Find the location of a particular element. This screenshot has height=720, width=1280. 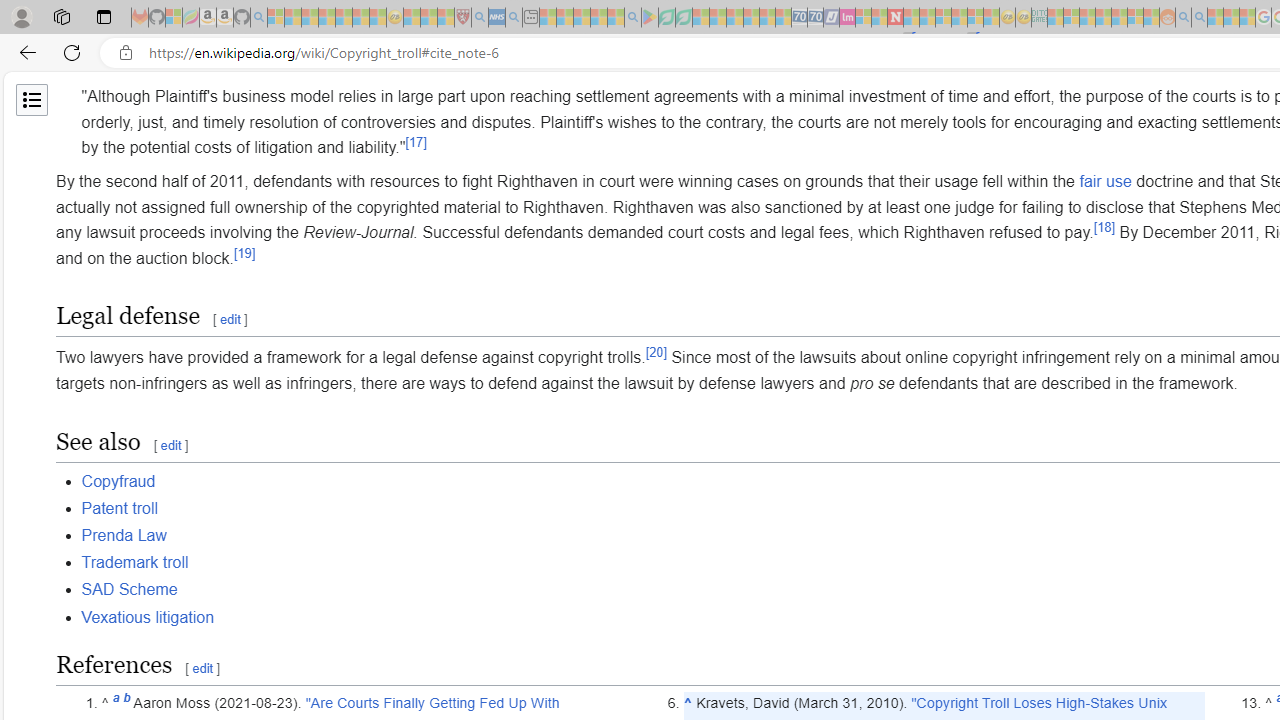

'The Weather Channel - MSN - Sleeping' is located at coordinates (308, 17).